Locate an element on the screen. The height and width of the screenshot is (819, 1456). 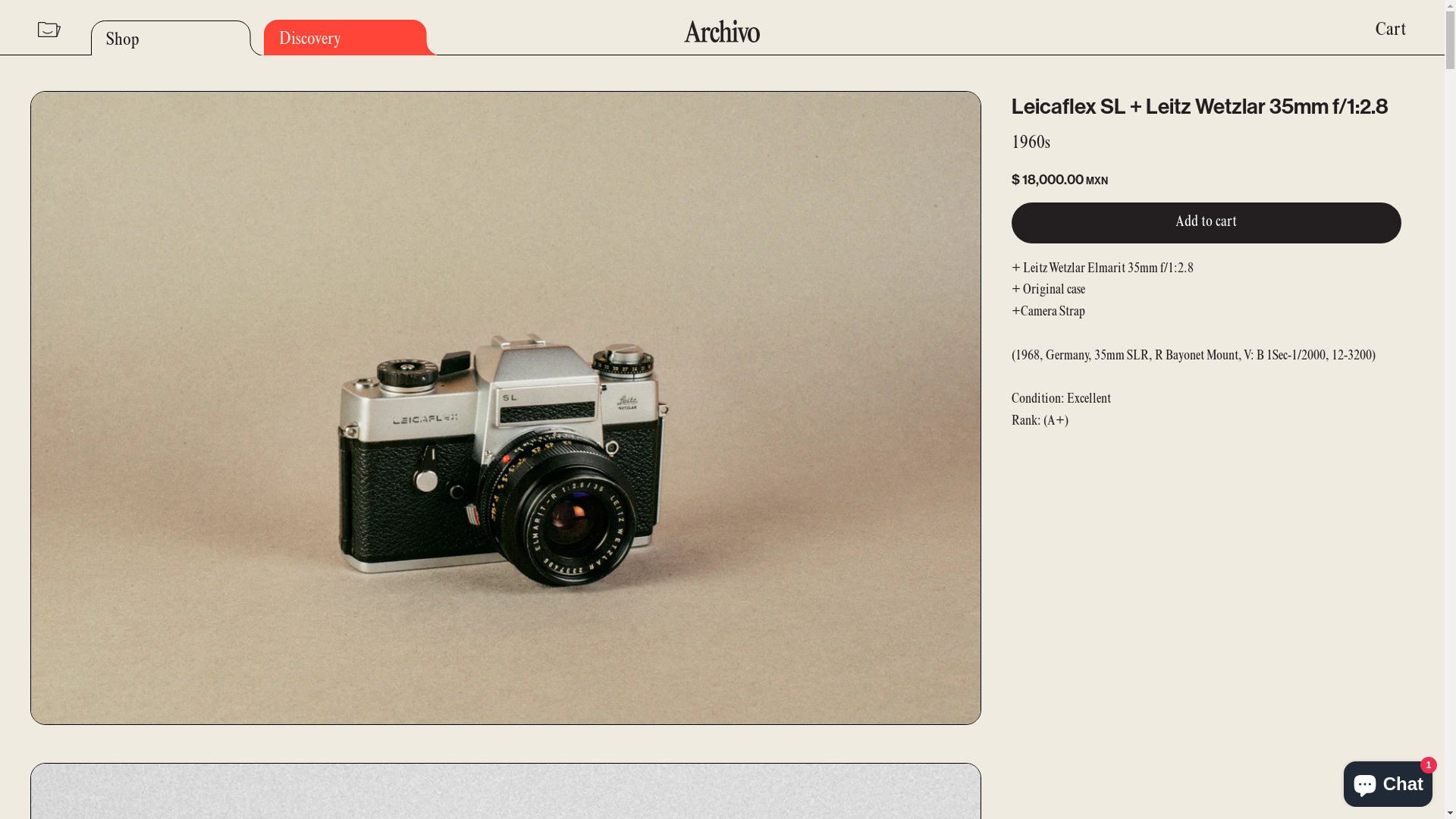
'Add to cart' is located at coordinates (1205, 222).